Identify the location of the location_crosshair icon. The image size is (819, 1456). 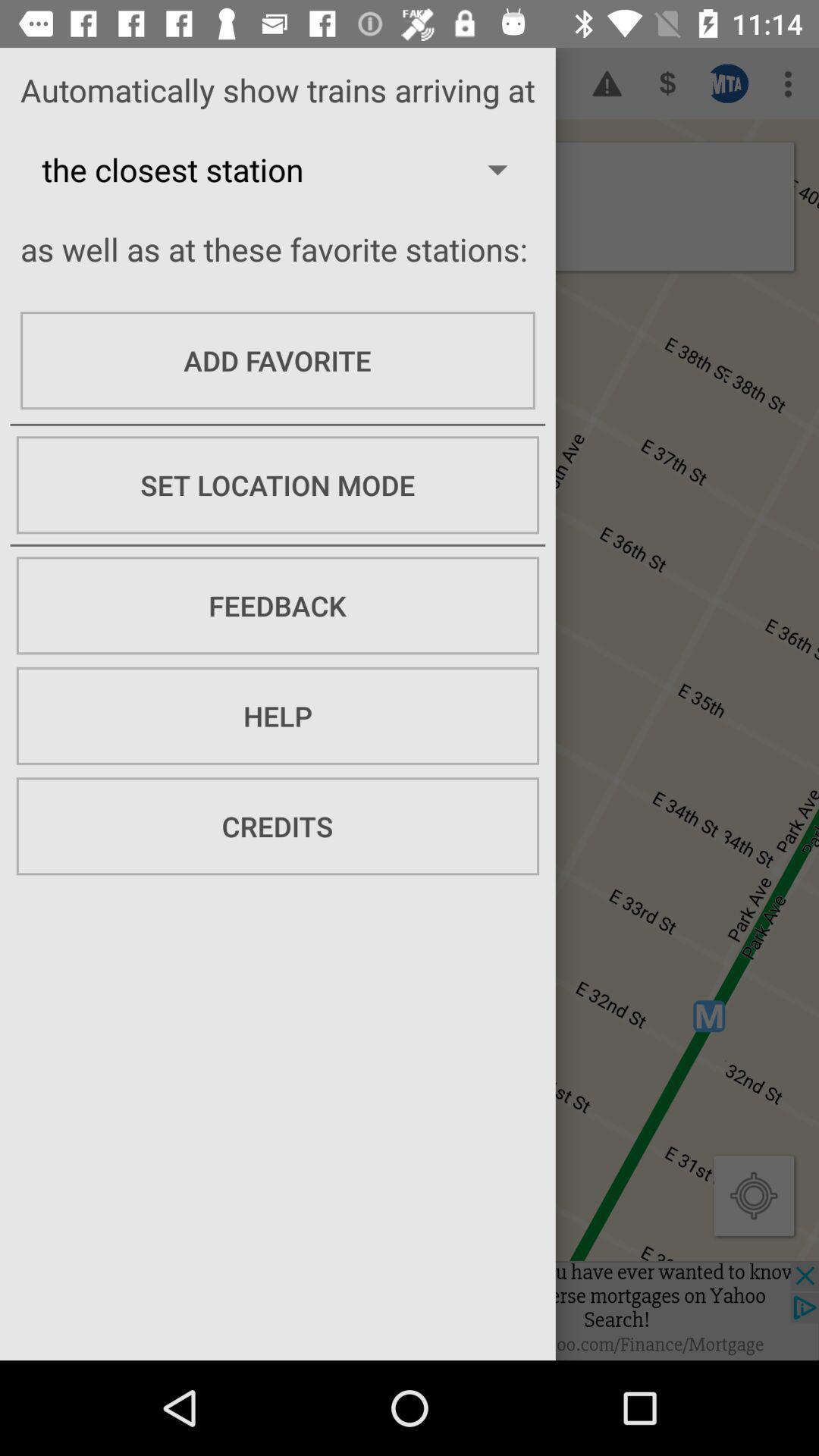
(754, 1194).